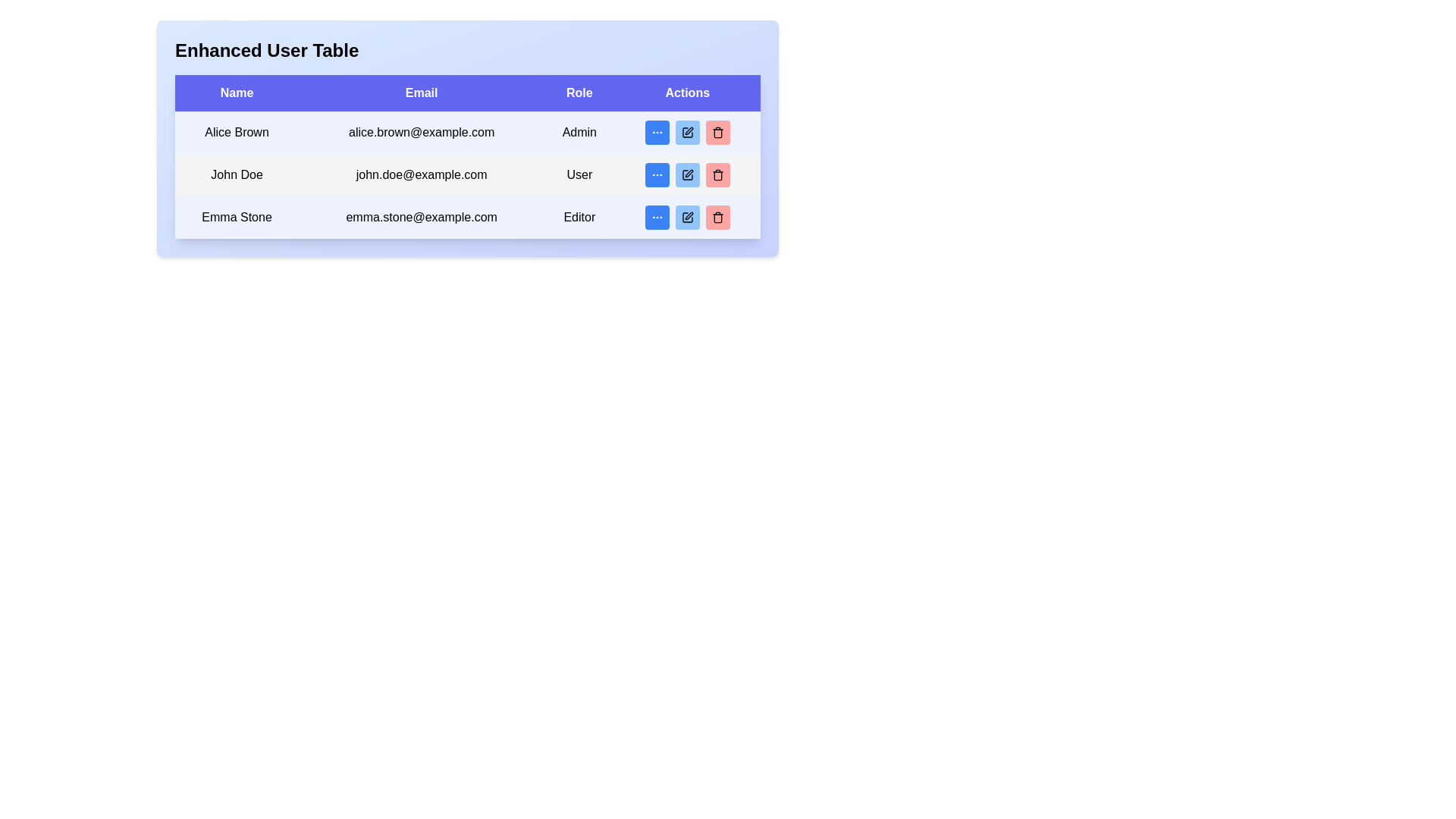  I want to click on the red rectangular button with rounded corners and a trash bin icon, located at the far right of the 'Actions' column in the middle row of the table, so click(717, 174).